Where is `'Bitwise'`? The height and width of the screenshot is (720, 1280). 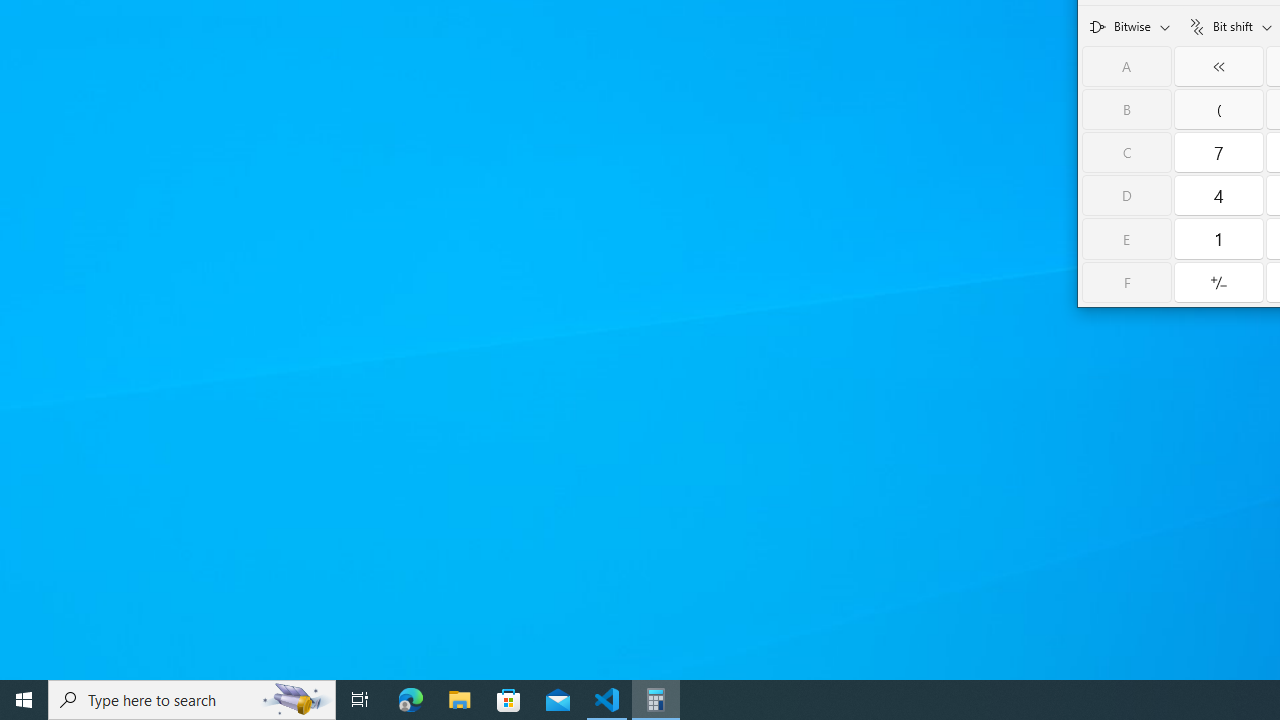 'Bitwise' is located at coordinates (1130, 25).